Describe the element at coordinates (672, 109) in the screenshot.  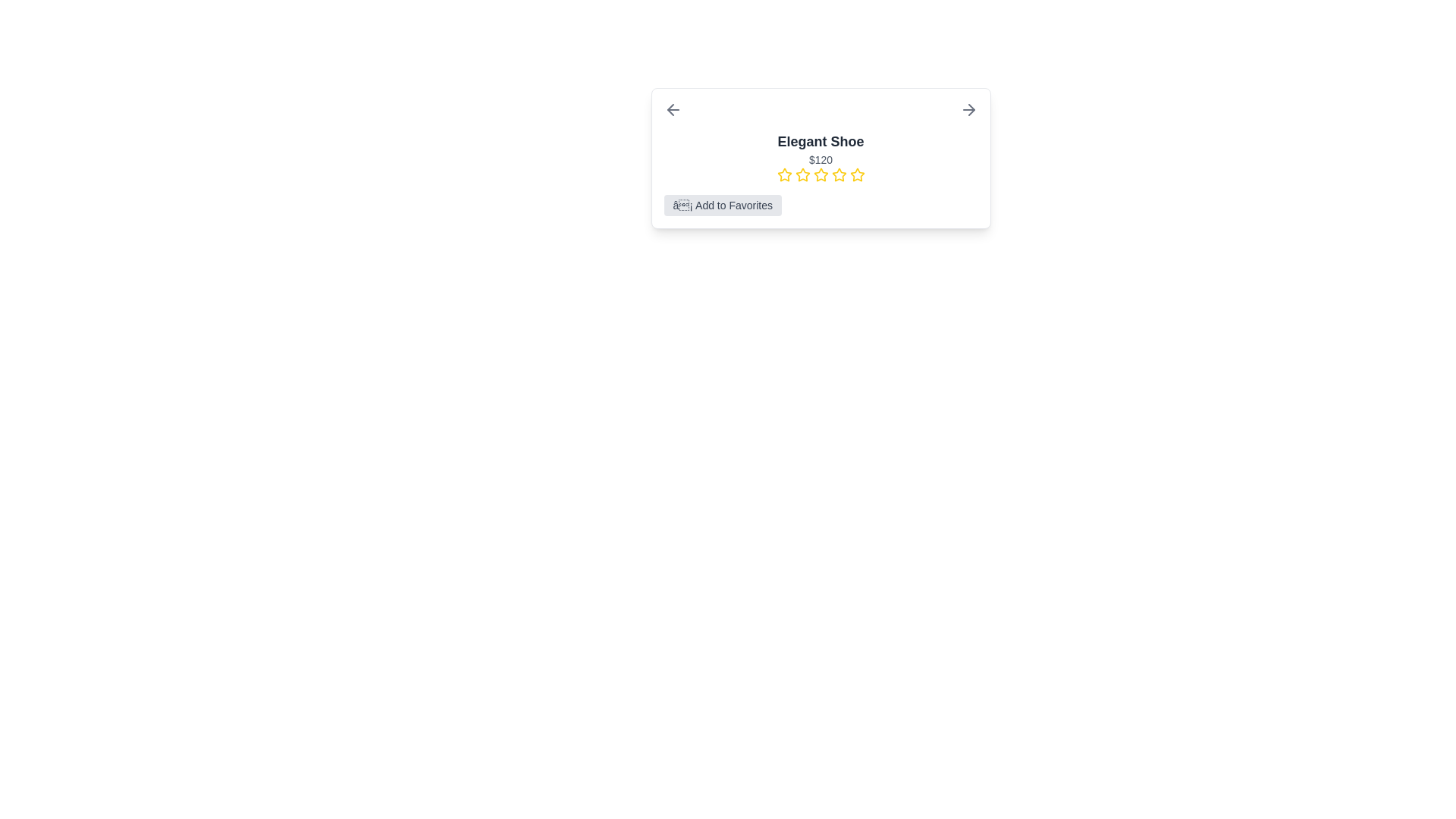
I see `the leftward-pointing gray arrow icon located at the top-left corner of the horizontal bar above the product card` at that location.